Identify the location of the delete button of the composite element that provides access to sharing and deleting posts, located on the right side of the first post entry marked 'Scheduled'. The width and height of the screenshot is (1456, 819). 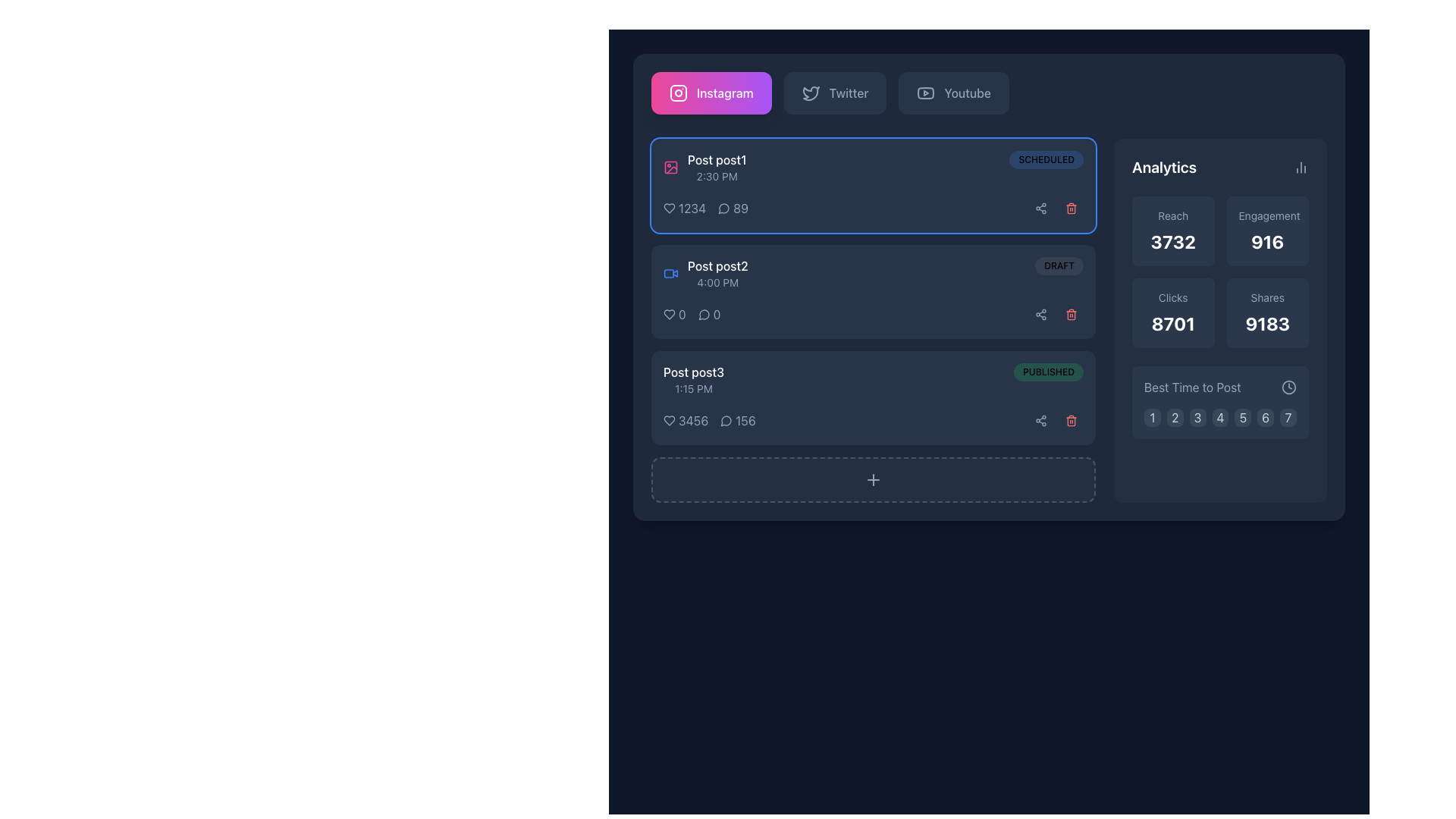
(1055, 208).